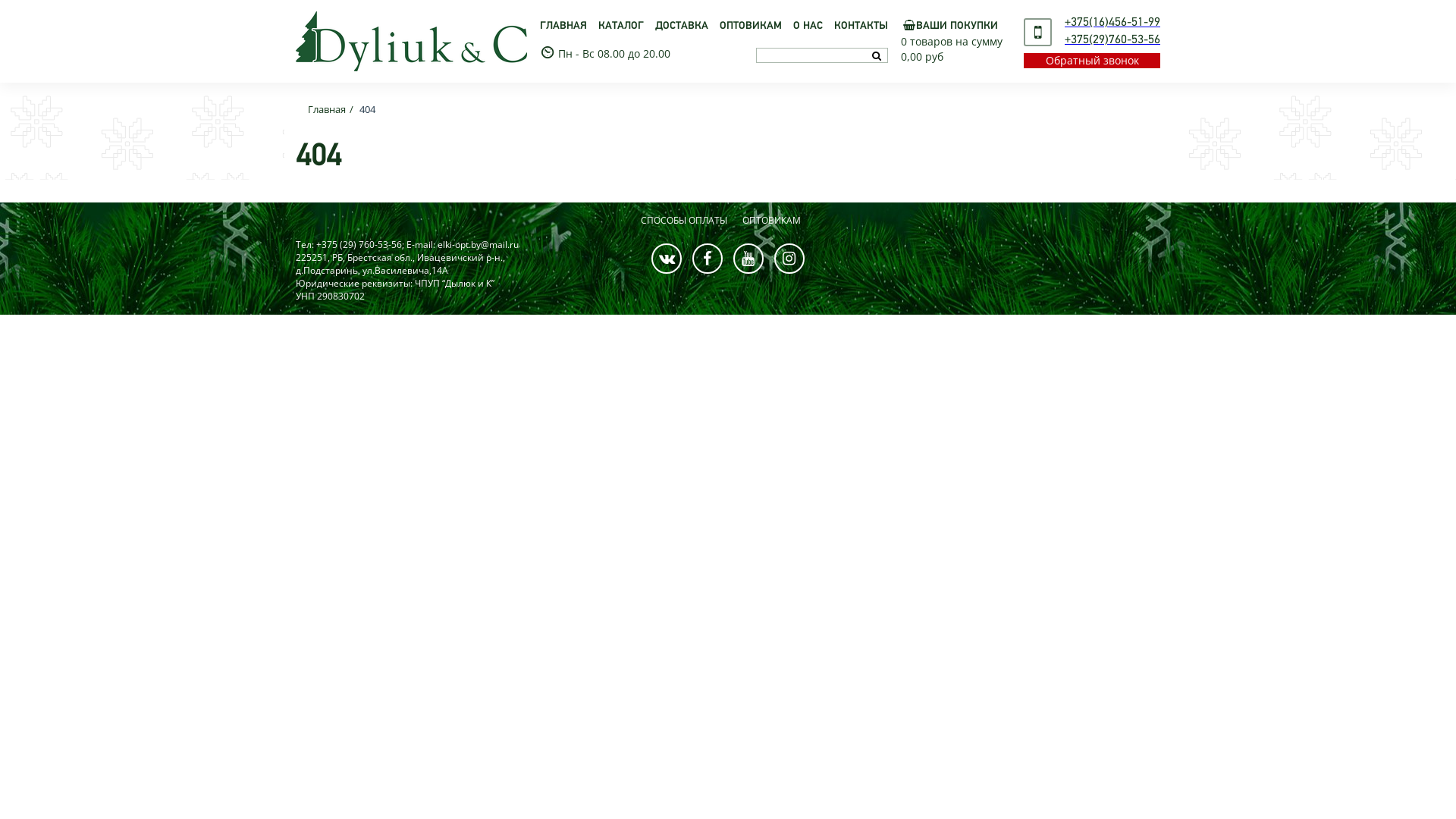 This screenshot has width=1456, height=819. Describe the element at coordinates (1112, 23) in the screenshot. I see `'+375(16)456-51-99'` at that location.